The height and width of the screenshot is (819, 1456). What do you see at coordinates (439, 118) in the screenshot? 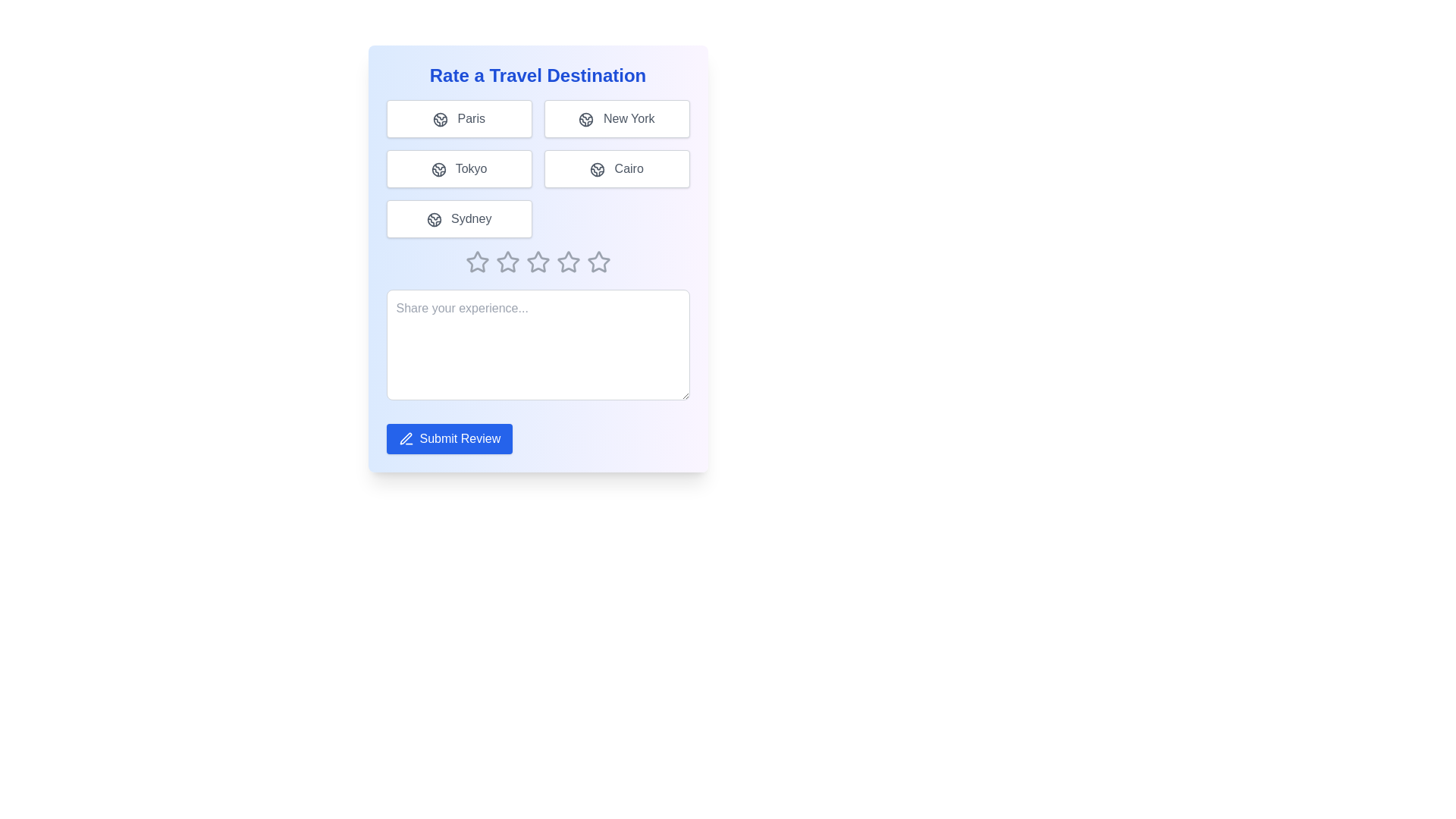
I see `the globe icon located within the 'Paris' button in the top-left corner of the destination buttons group` at bounding box center [439, 118].